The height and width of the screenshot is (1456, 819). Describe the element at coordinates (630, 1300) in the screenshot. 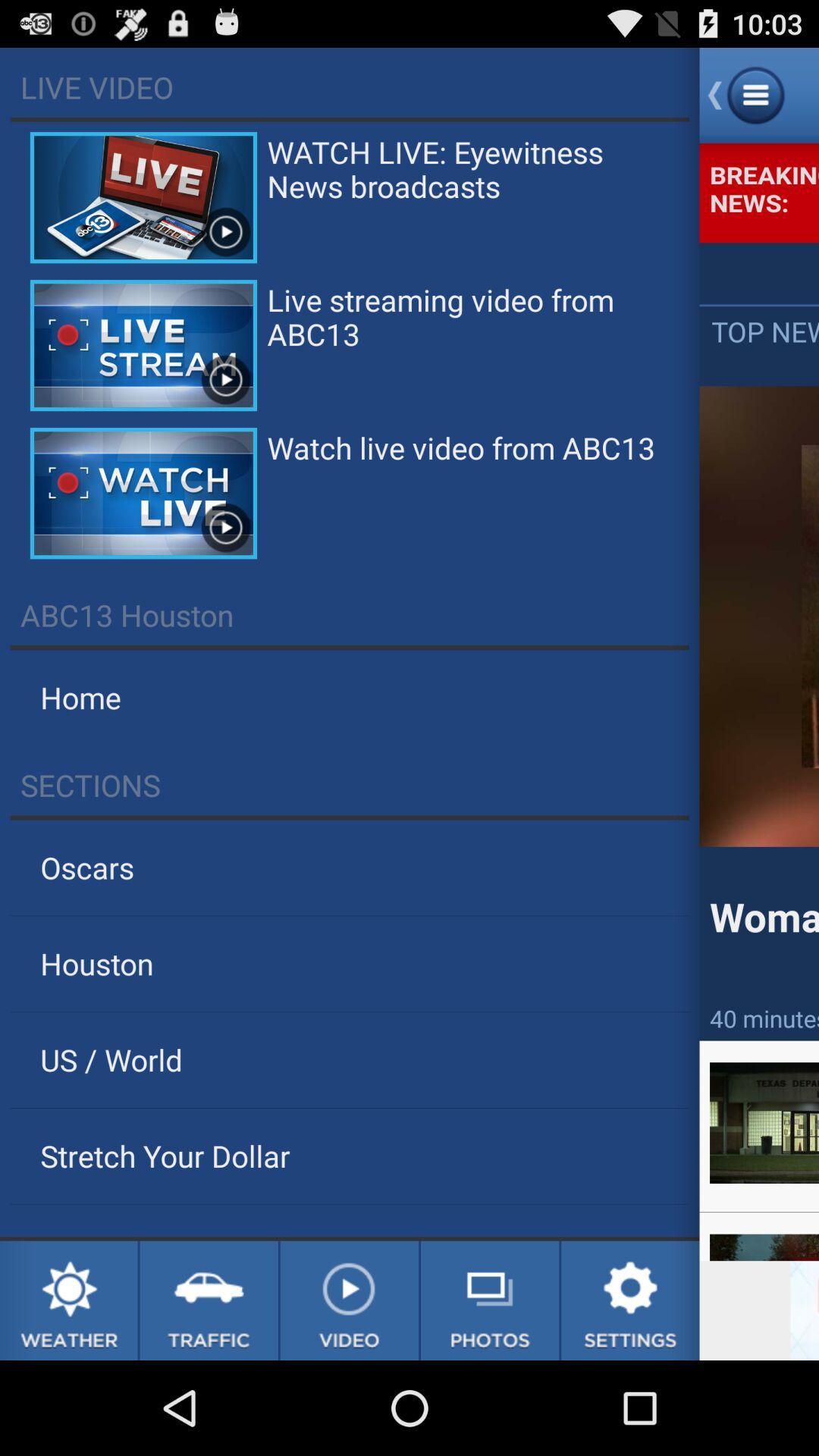

I see `option right to photos option` at that location.